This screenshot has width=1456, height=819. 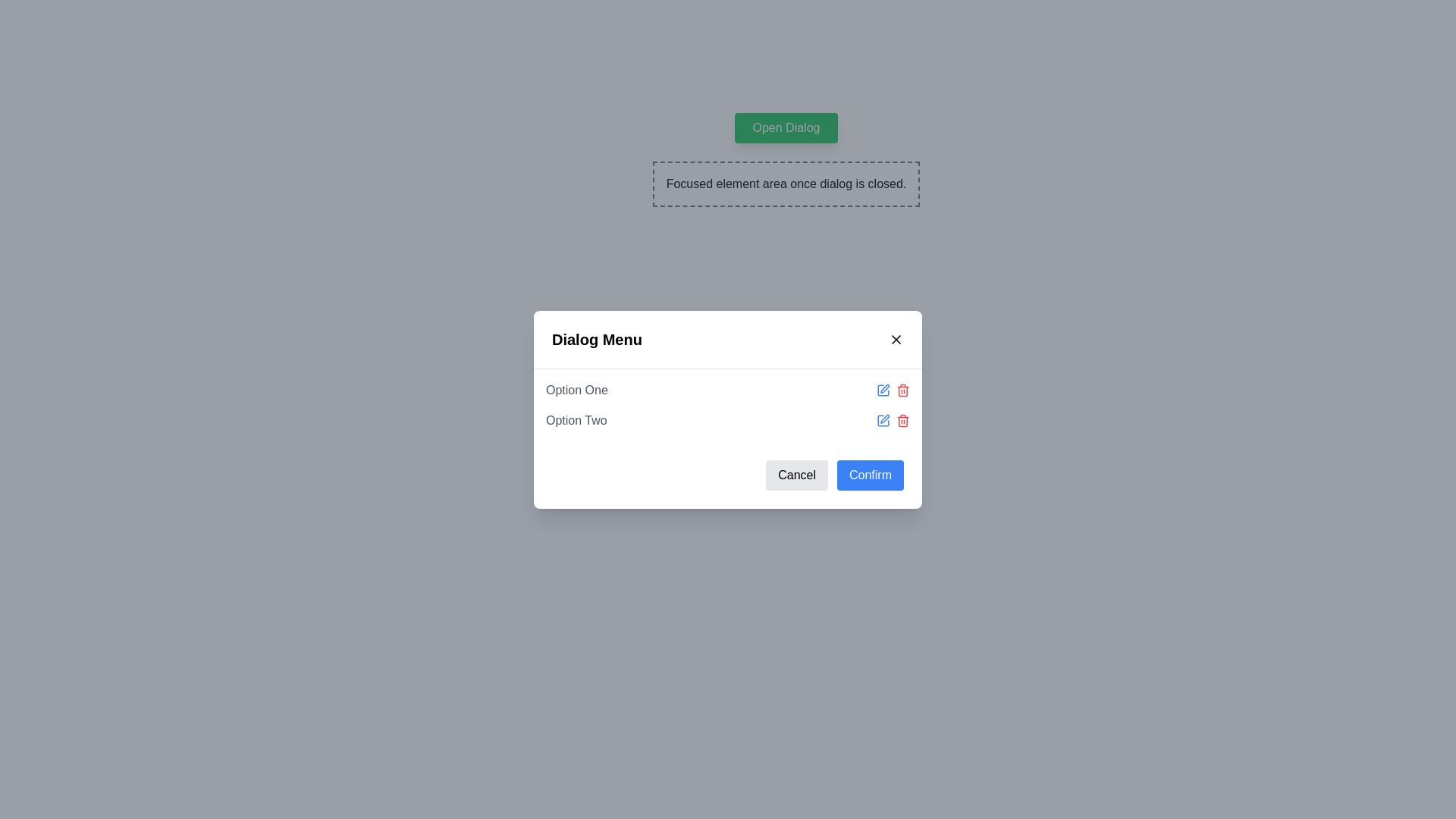 I want to click on the edit button icon for 'Option One' to interact, so click(x=883, y=388).